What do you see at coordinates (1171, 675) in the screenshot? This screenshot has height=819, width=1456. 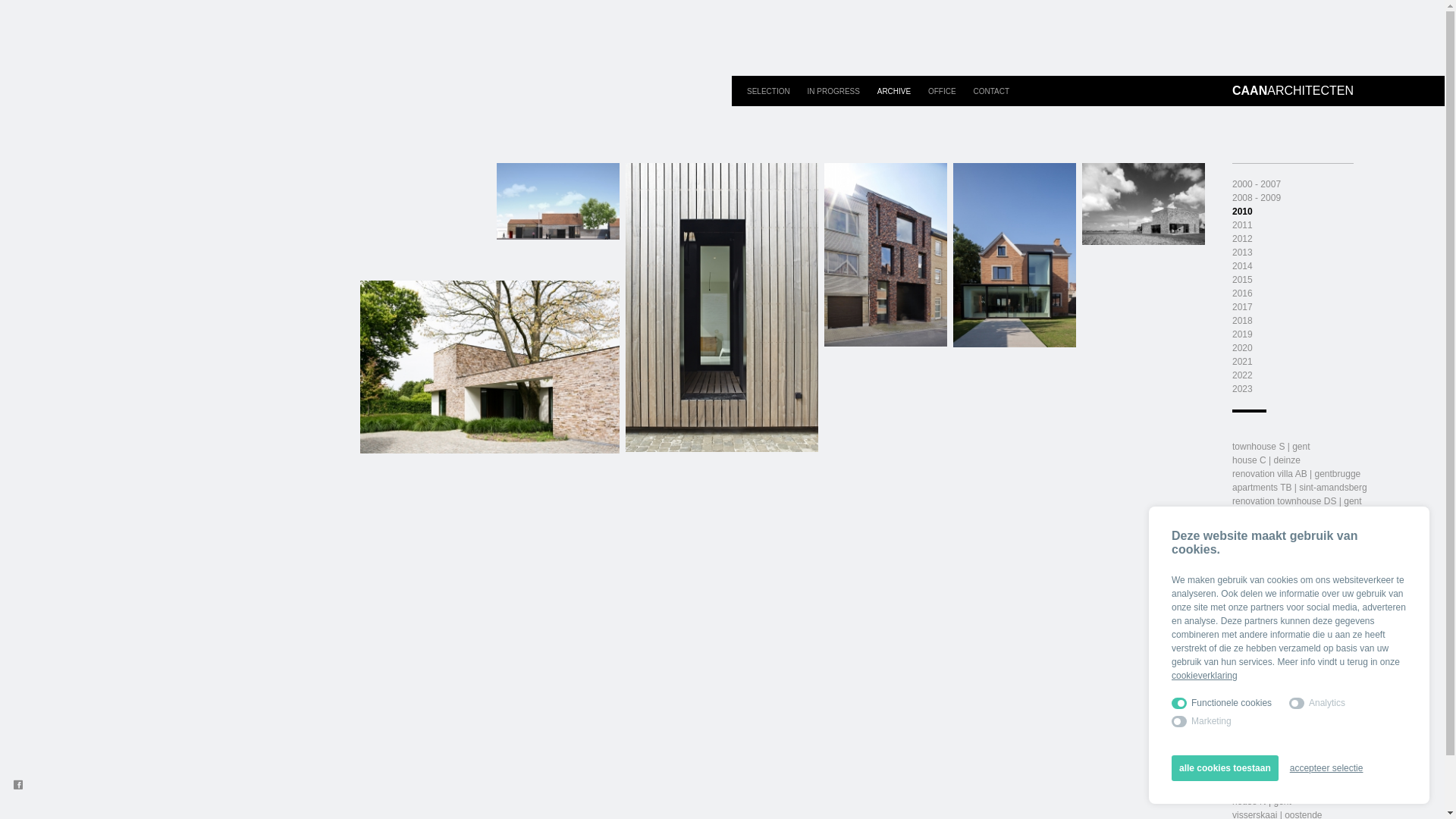 I see `'cookieverklaring'` at bounding box center [1171, 675].